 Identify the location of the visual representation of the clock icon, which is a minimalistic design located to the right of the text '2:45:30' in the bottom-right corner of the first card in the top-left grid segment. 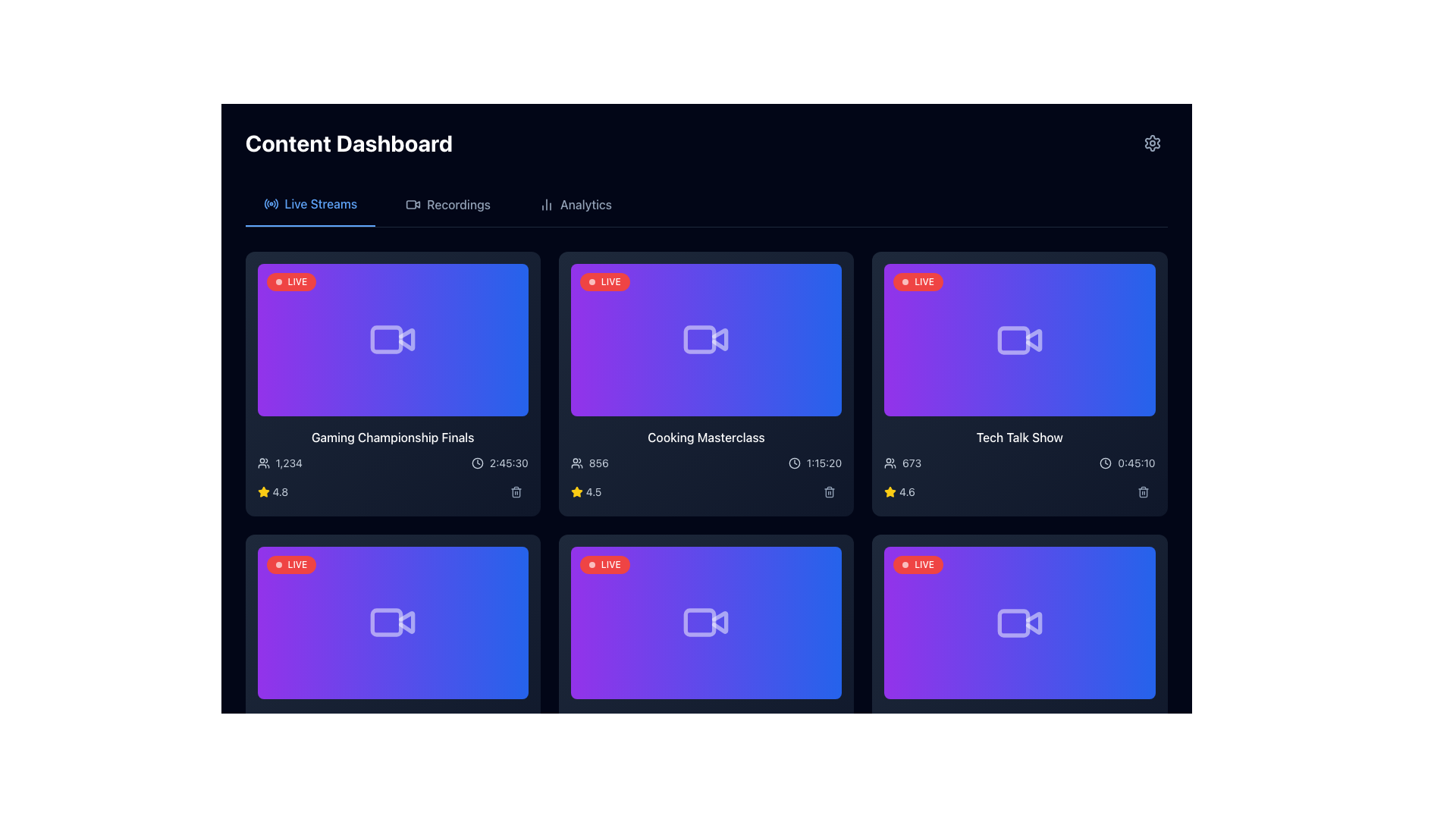
(476, 462).